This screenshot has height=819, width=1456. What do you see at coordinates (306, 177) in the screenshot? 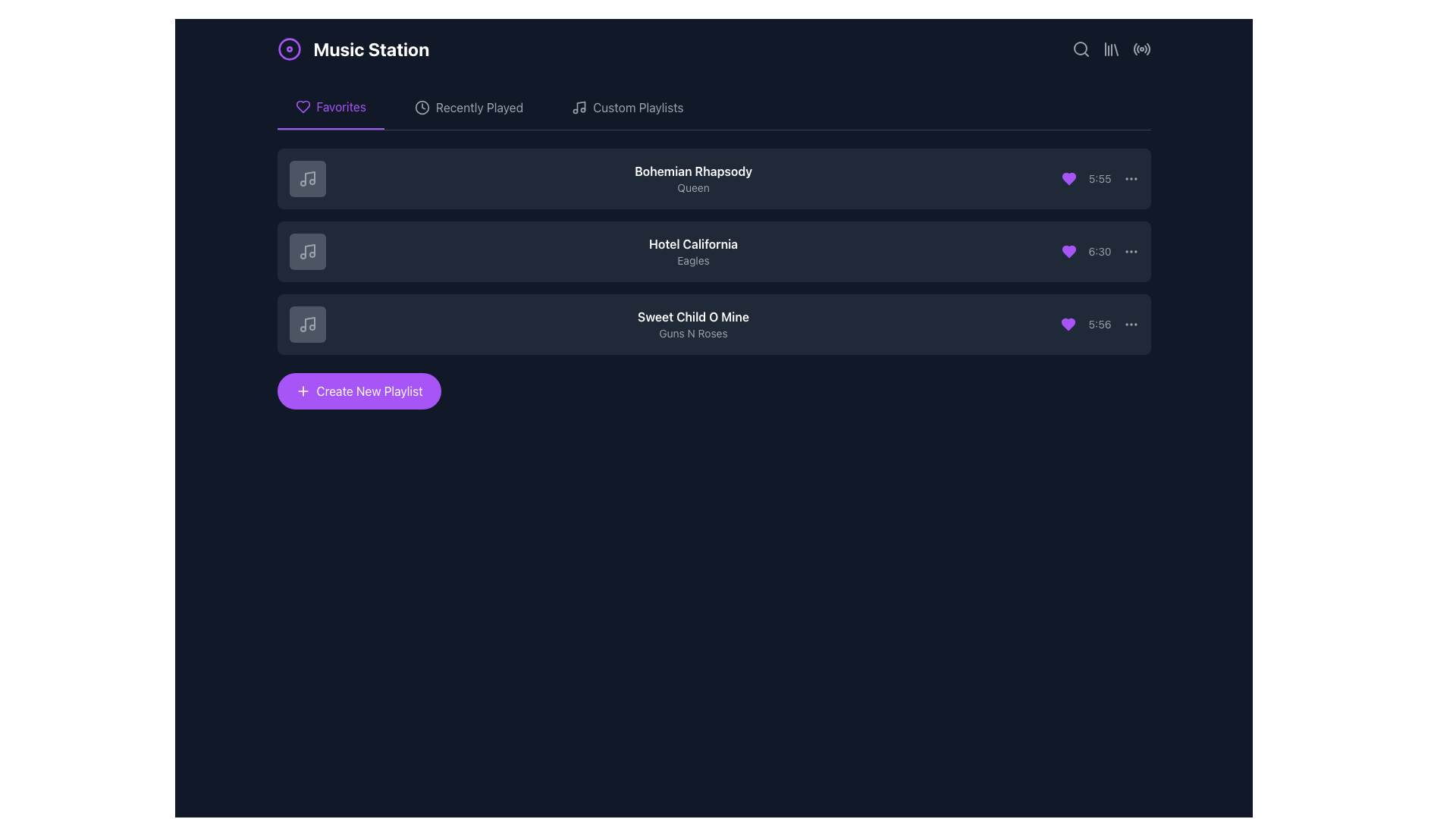
I see `the first square icon in the music list that represents a music item or playlist entry, located above the song details for 'Bohemian Rhapsody' by 'Queen'` at bounding box center [306, 177].